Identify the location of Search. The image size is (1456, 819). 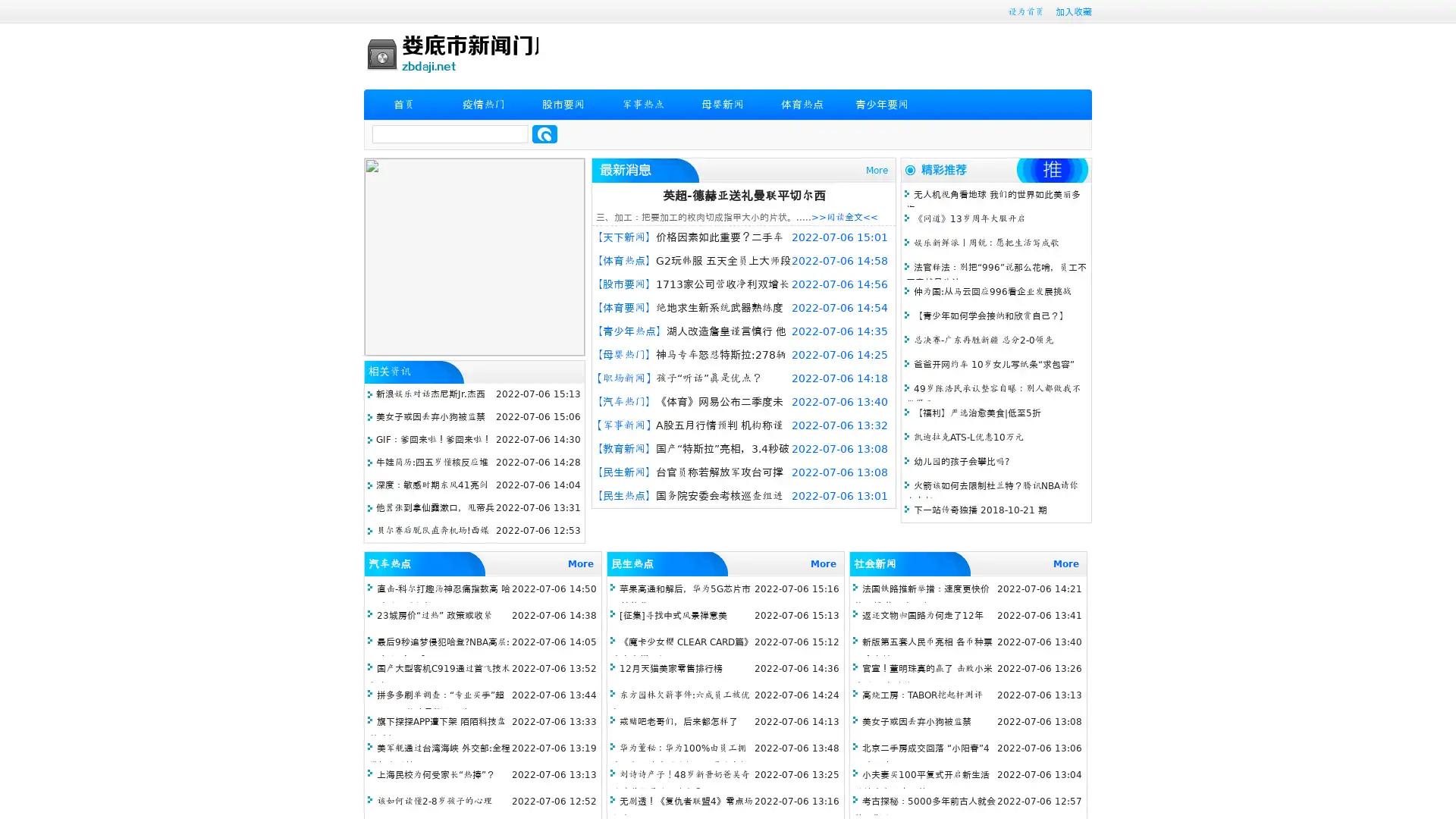
(544, 133).